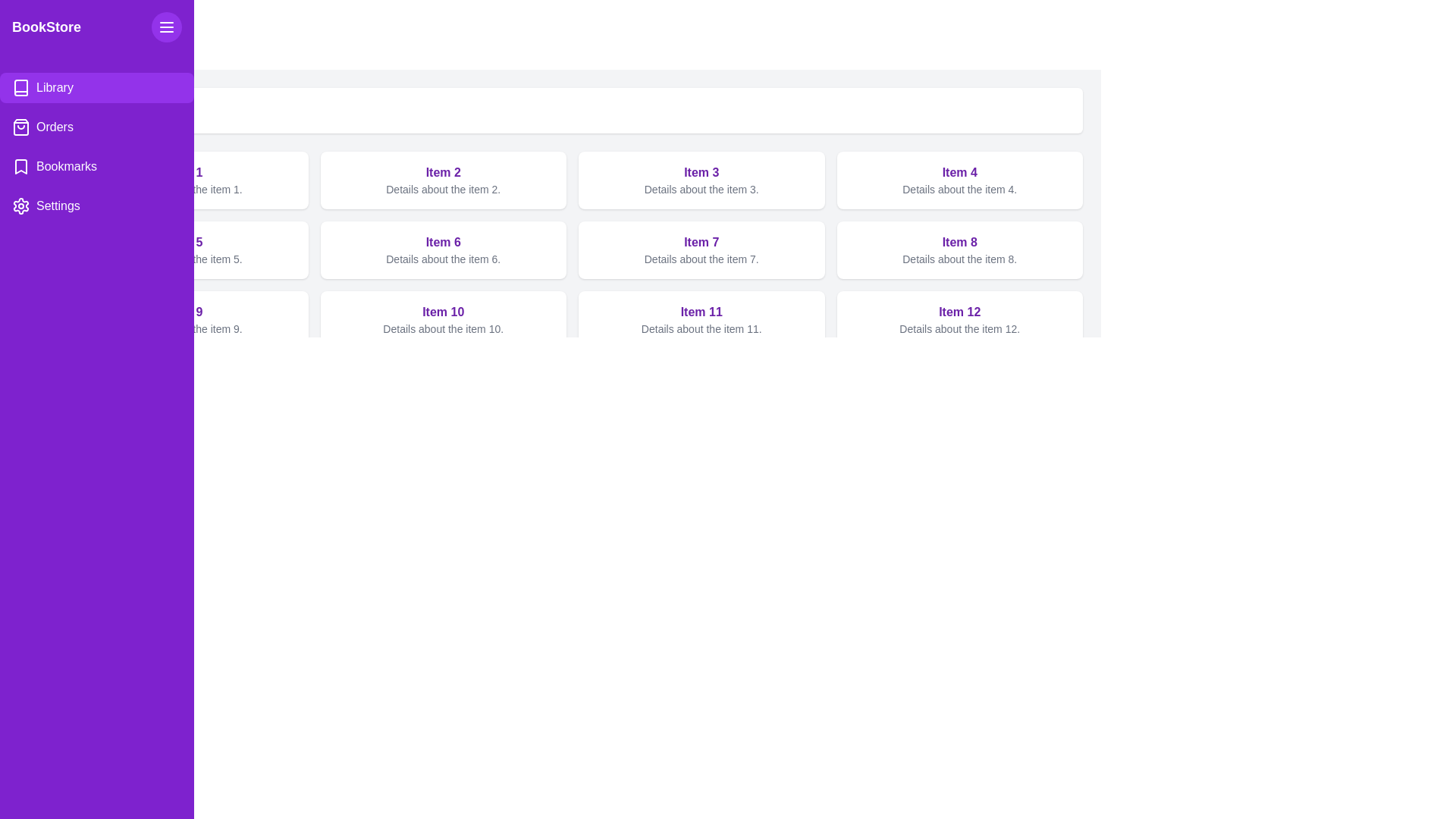 Image resolution: width=1456 pixels, height=819 pixels. I want to click on the Card containing the title 'Item 4' and description 'Details about the item 4.' which is styled with a bold purple font and is located in the first row and fourth column of the grid layout, so click(959, 180).